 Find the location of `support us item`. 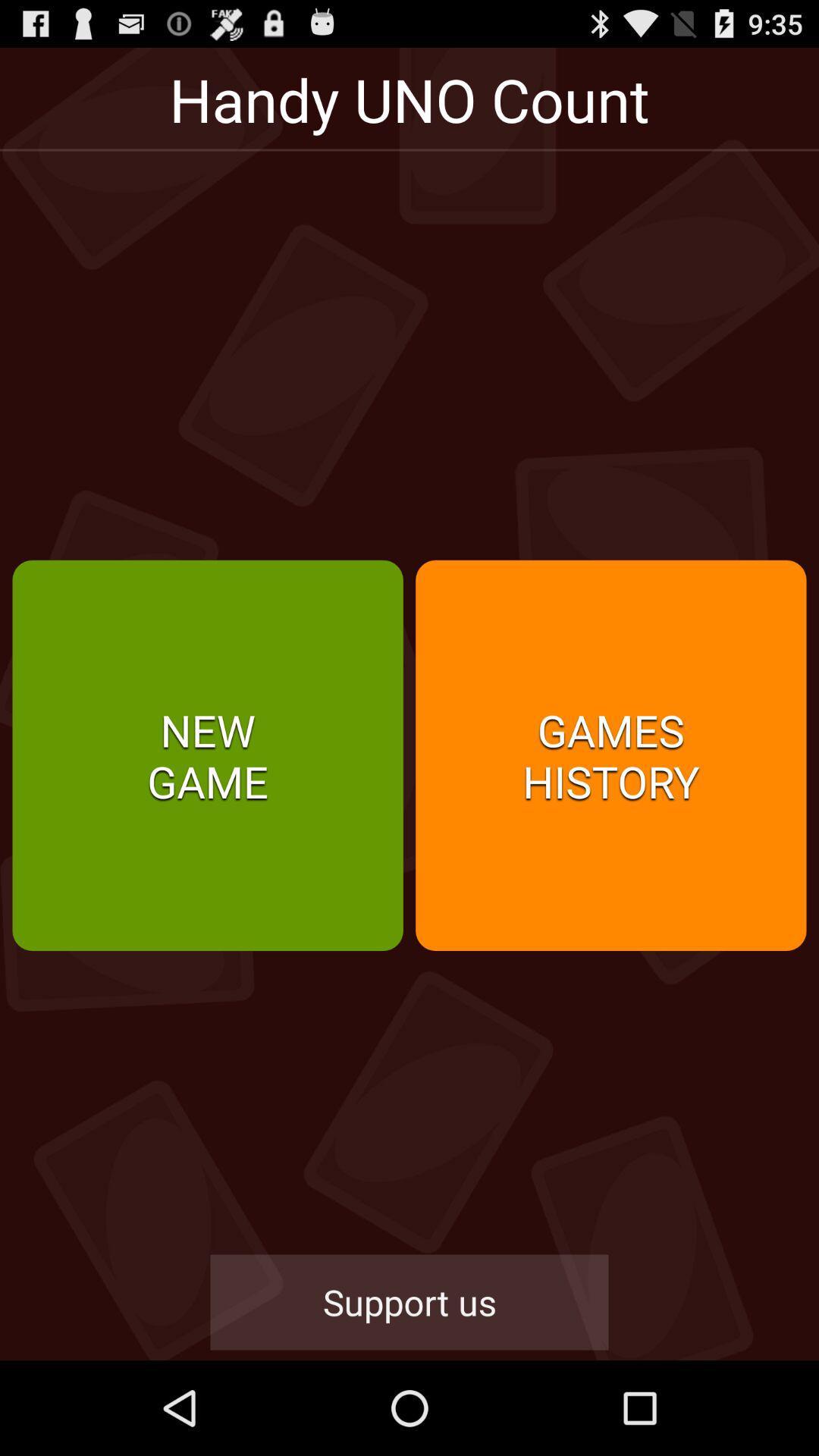

support us item is located at coordinates (409, 1301).